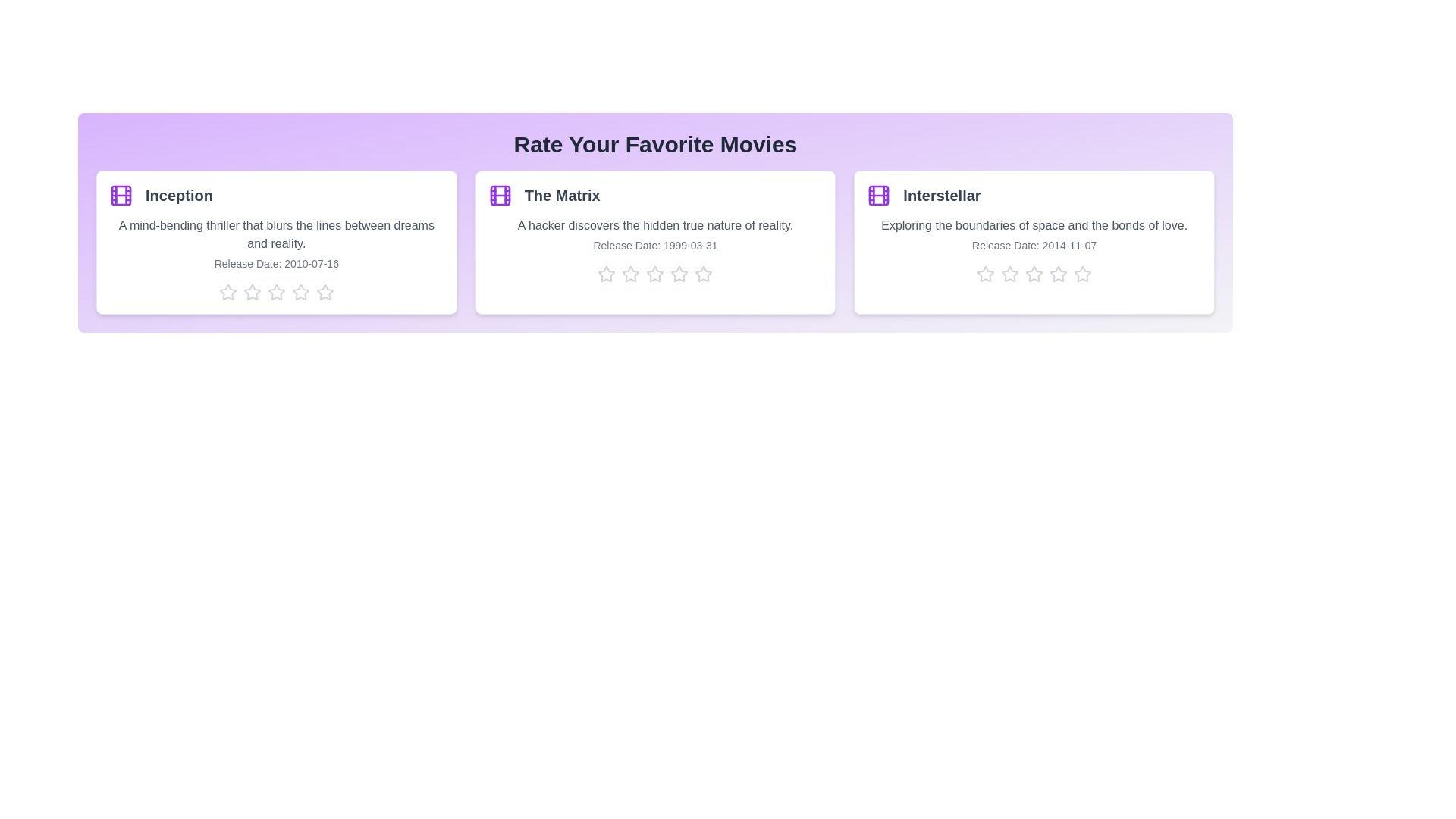  What do you see at coordinates (300, 292) in the screenshot?
I see `the star corresponding to 4 stars for the movie Inception` at bounding box center [300, 292].